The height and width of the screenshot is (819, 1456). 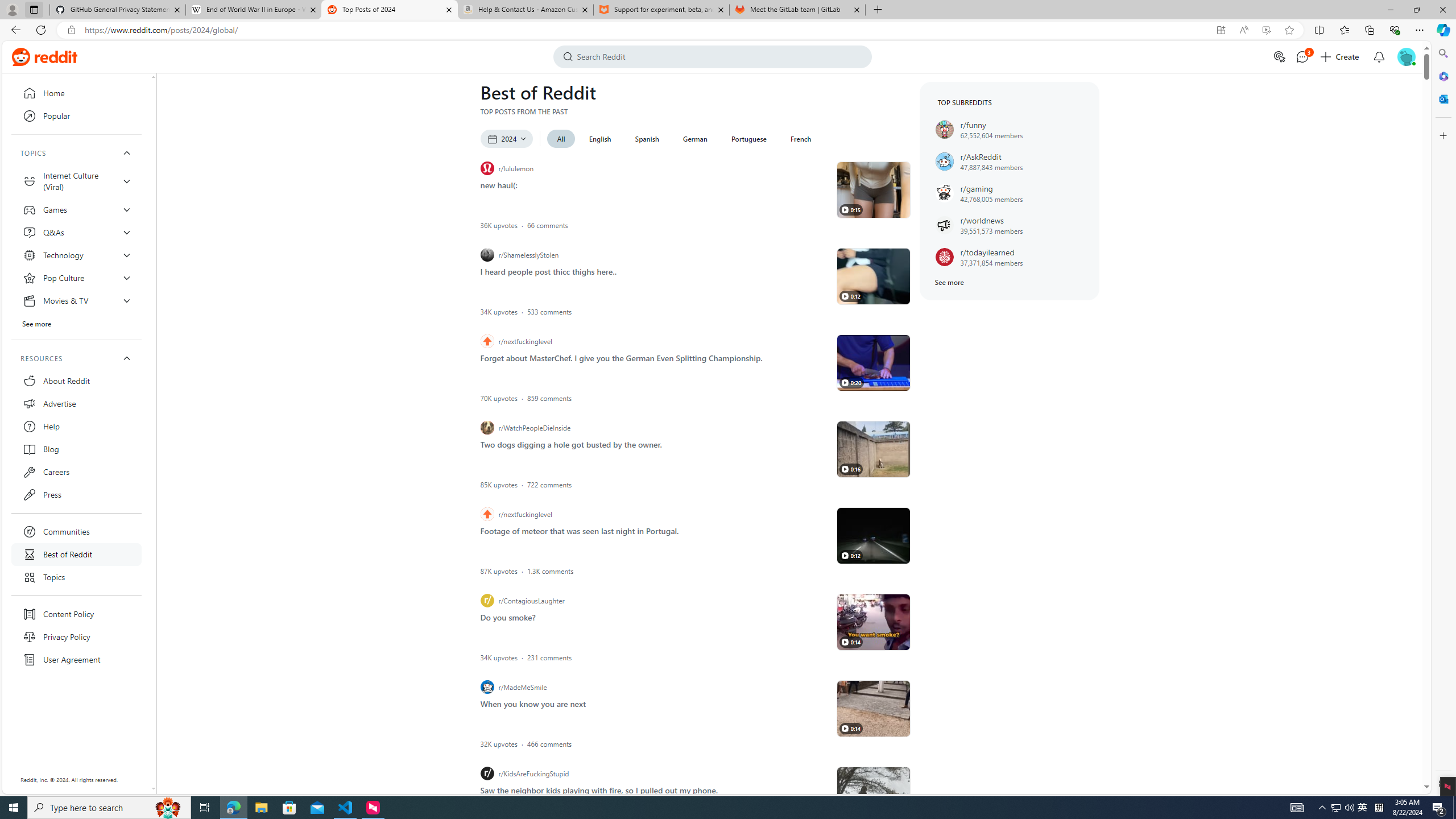 What do you see at coordinates (1009, 193) in the screenshot?
I see `'r/gaming 42,768,005 members'` at bounding box center [1009, 193].